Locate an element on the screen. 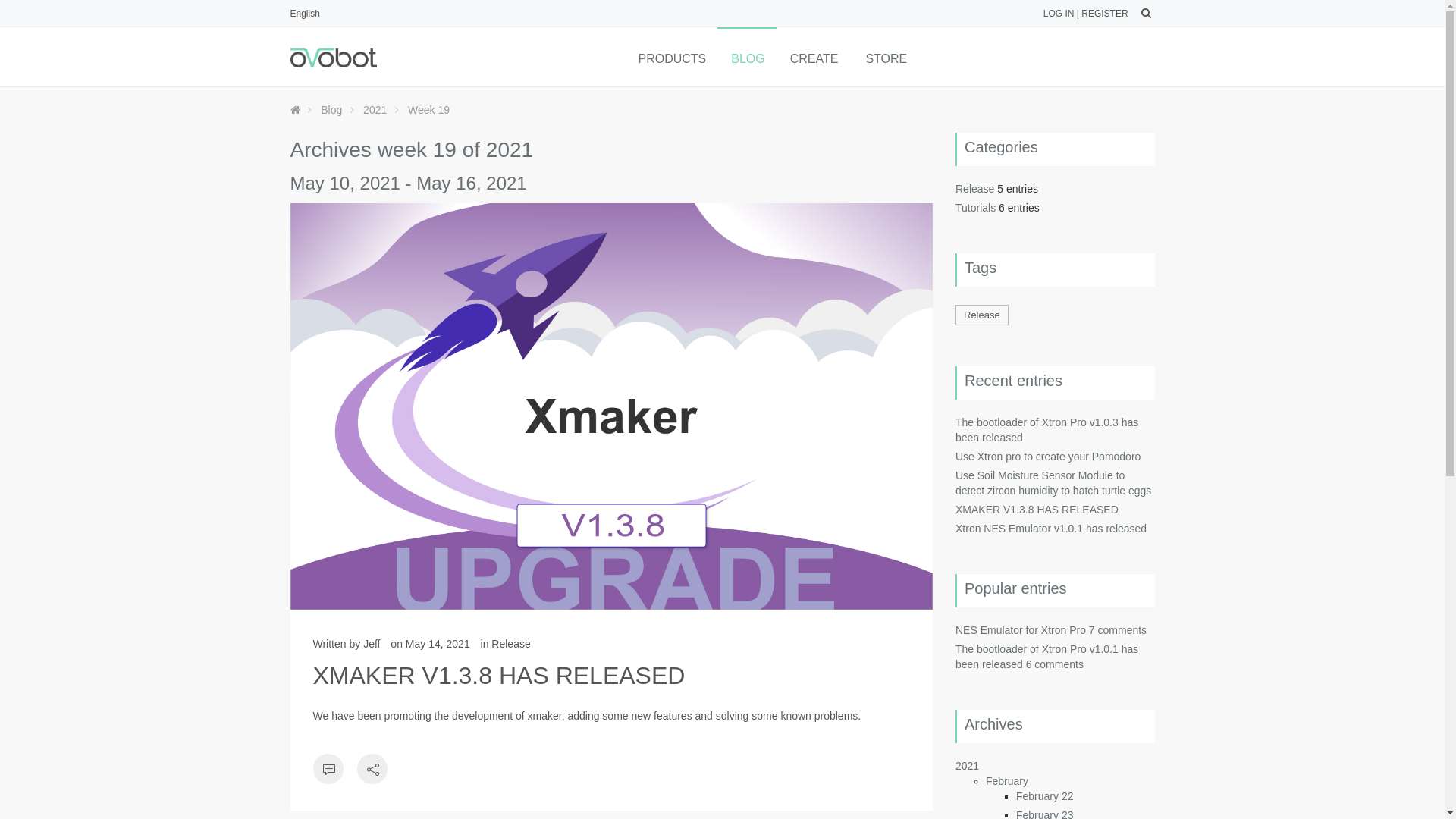 This screenshot has height=819, width=1456. 'Release' is located at coordinates (954, 314).